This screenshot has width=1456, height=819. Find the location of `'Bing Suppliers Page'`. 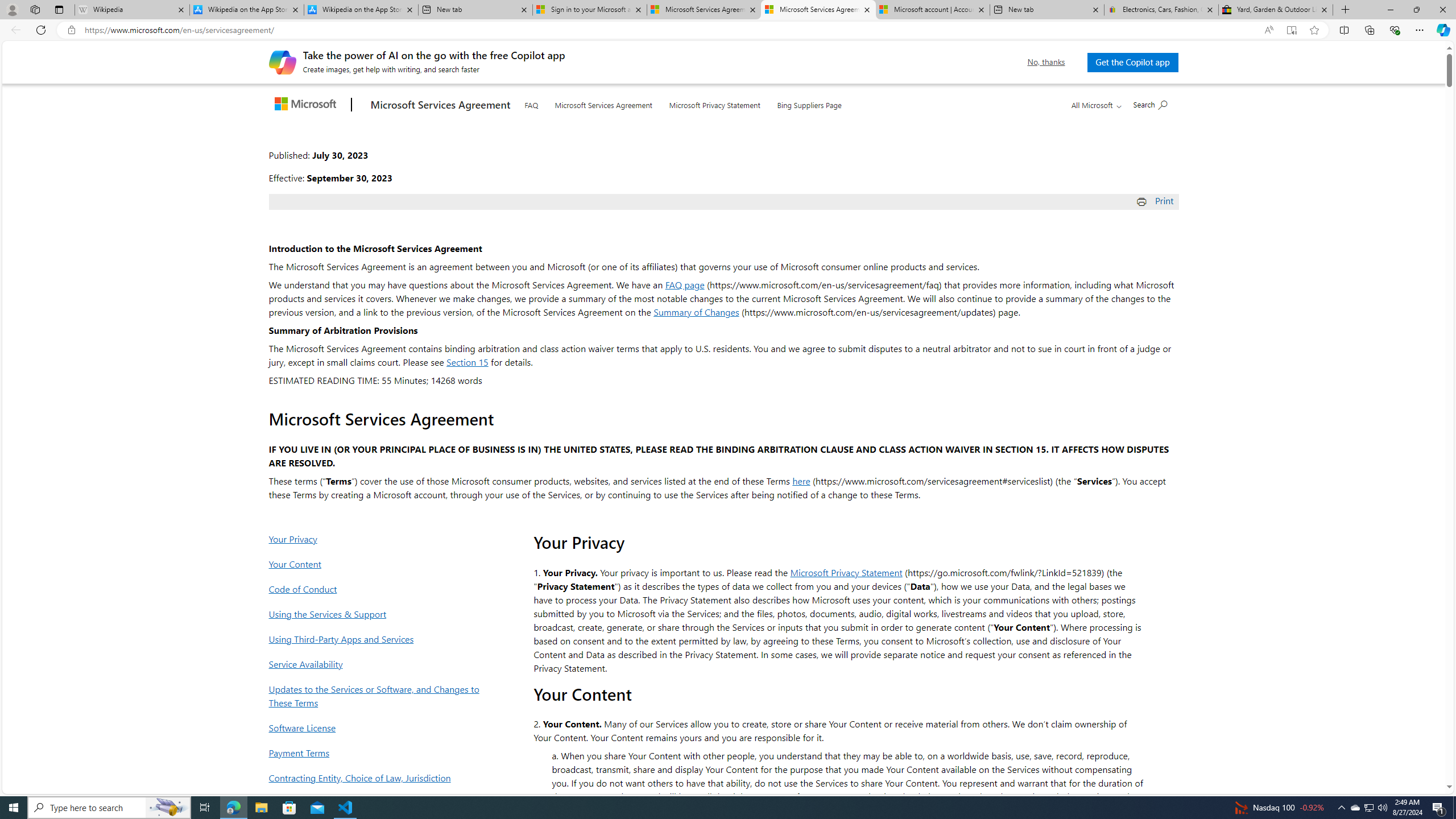

'Bing Suppliers Page' is located at coordinates (809, 103).